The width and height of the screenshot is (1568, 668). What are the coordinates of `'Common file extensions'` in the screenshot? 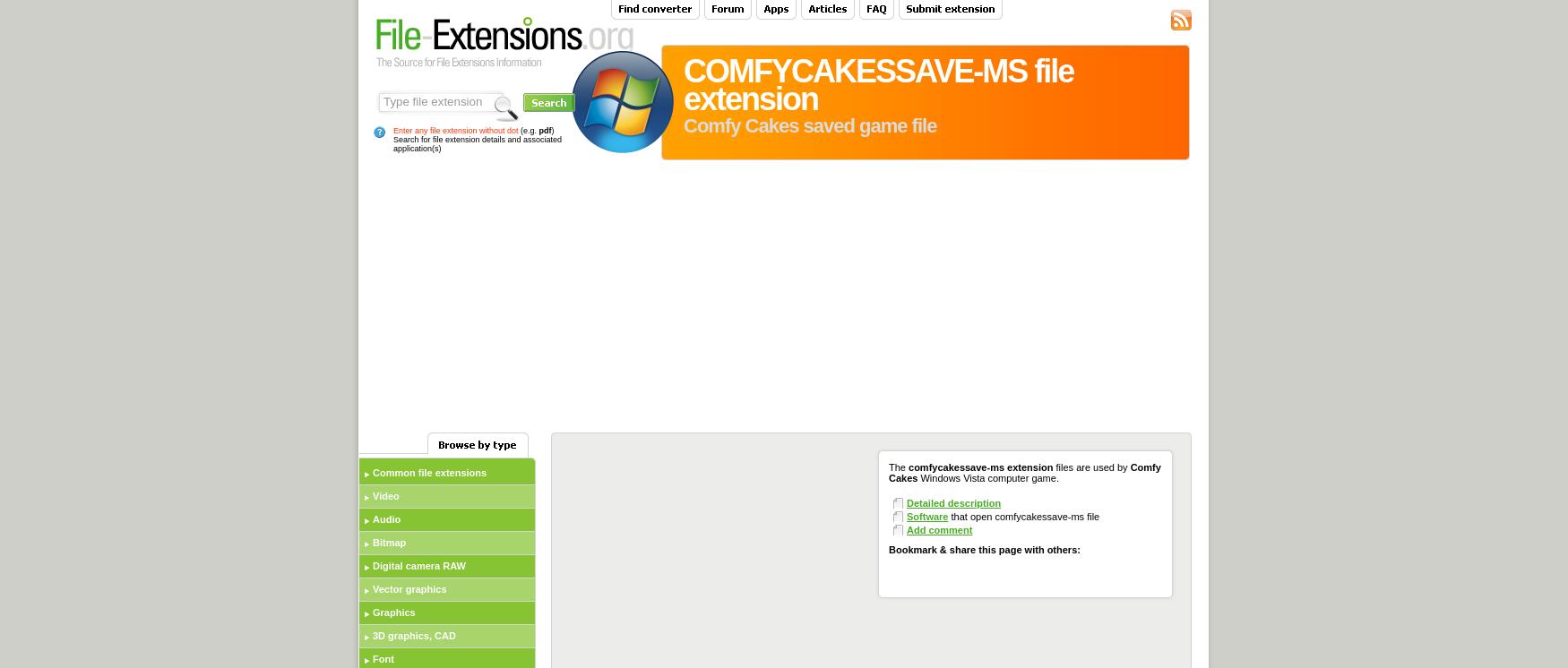 It's located at (429, 473).